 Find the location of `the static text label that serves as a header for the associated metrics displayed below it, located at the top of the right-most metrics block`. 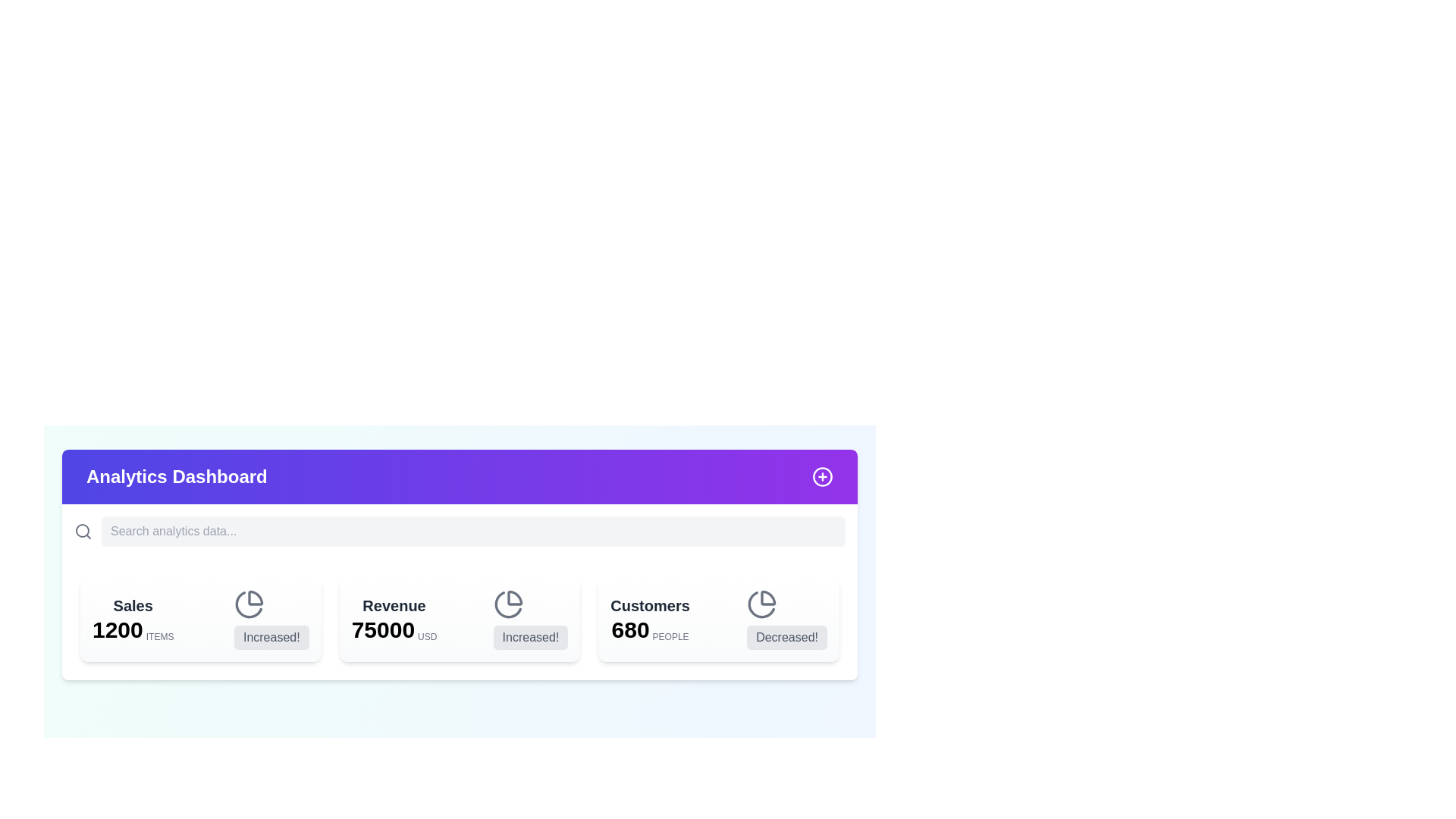

the static text label that serves as a header for the associated metrics displayed below it, located at the top of the right-most metrics block is located at coordinates (650, 604).